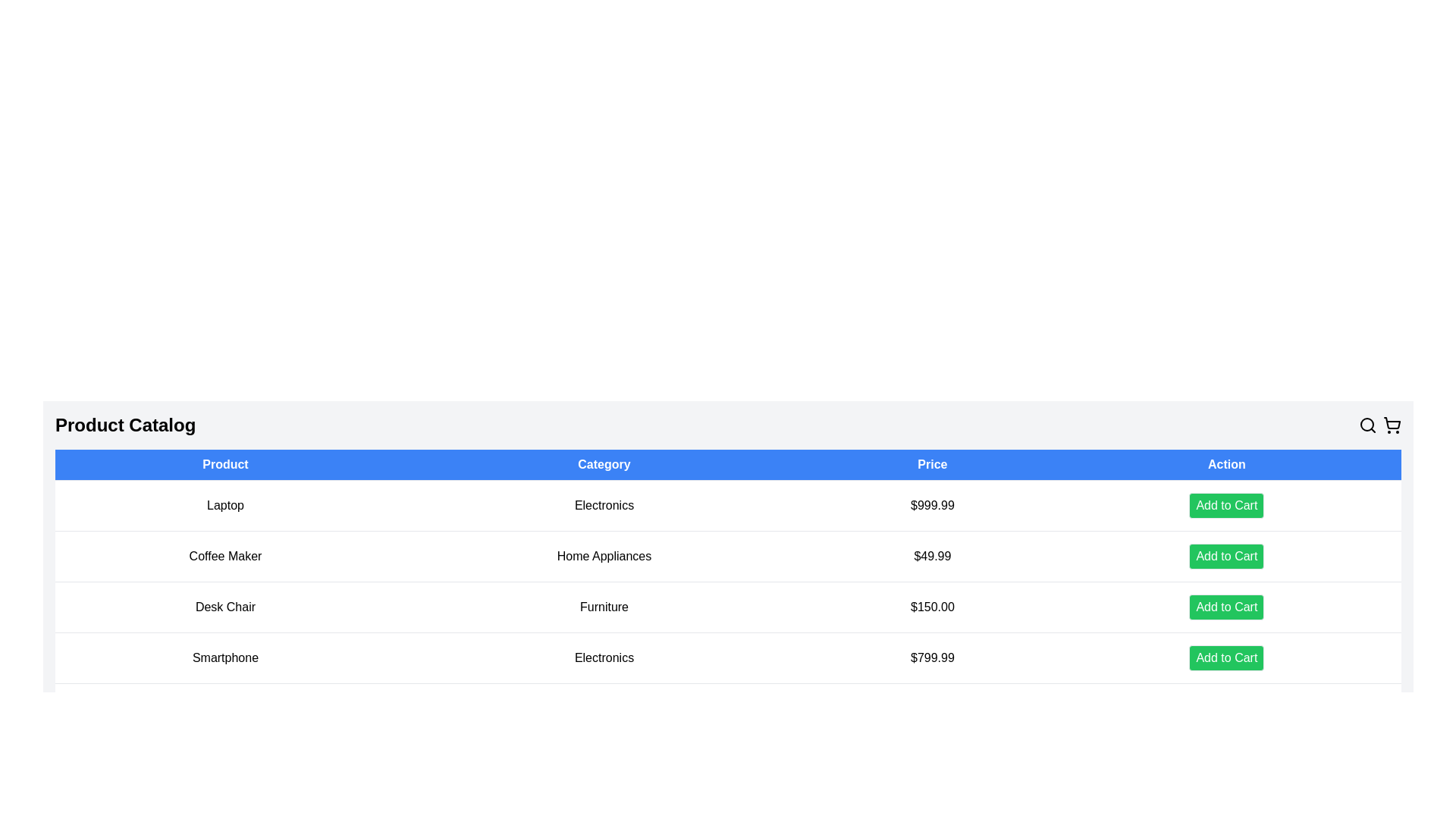 The height and width of the screenshot is (819, 1456). What do you see at coordinates (224, 556) in the screenshot?
I see `the 'Coffee Maker' label in the product catalog table, located in the first position of the second row under the 'Product' column` at bounding box center [224, 556].